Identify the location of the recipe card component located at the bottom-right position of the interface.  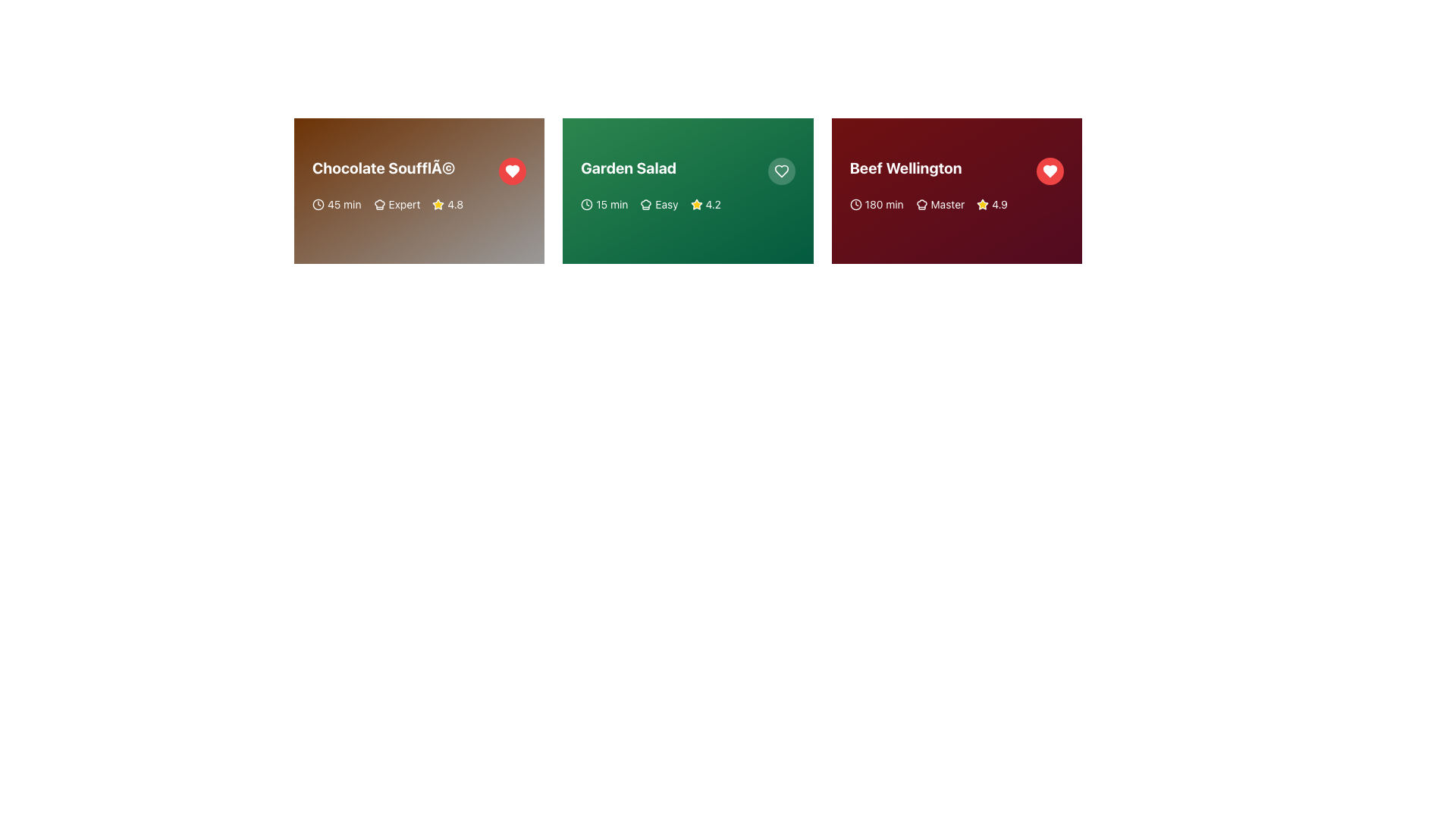
(955, 190).